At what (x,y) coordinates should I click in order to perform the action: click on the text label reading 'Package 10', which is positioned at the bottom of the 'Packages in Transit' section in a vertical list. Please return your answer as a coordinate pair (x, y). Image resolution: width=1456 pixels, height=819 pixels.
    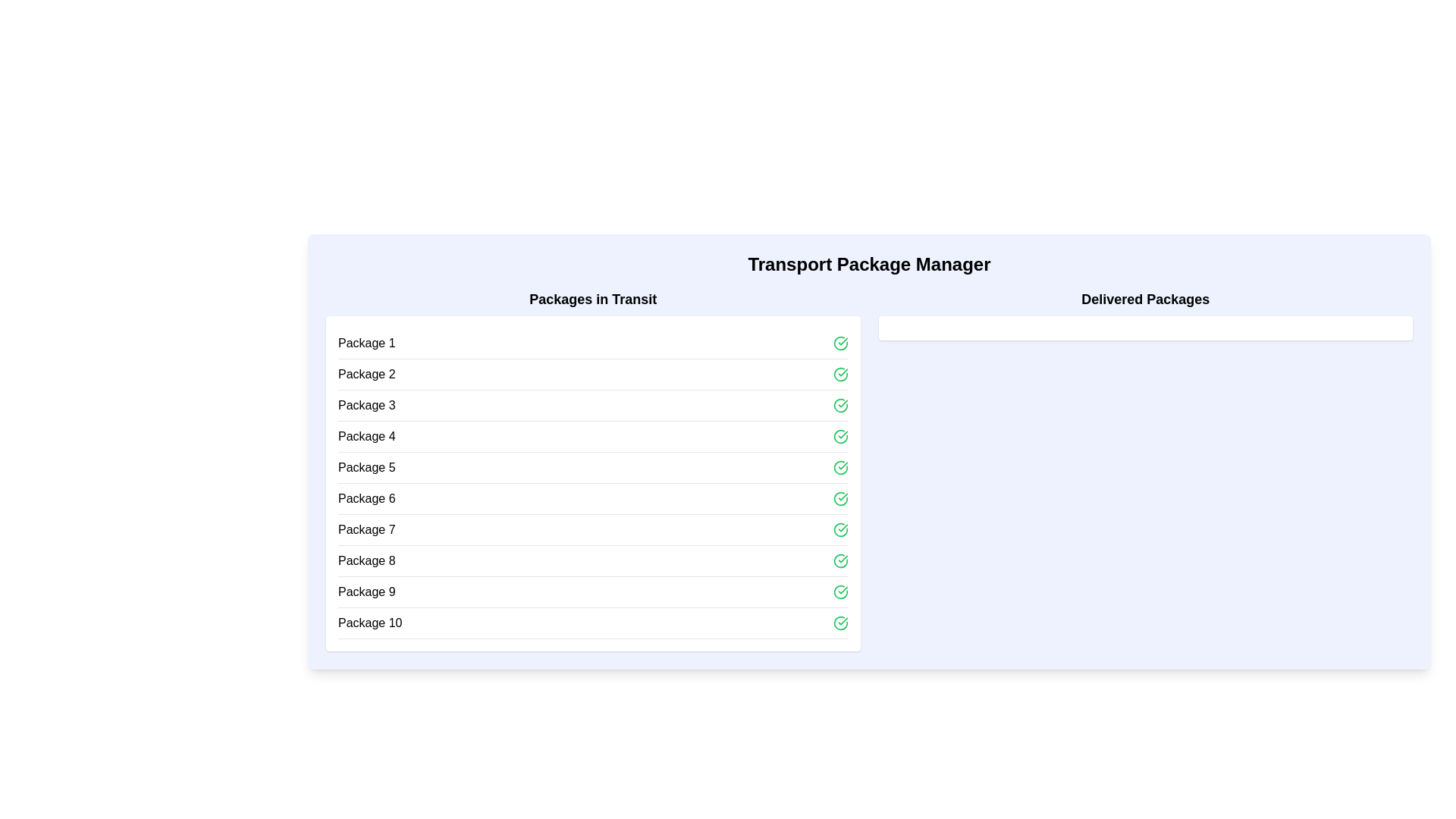
    Looking at the image, I should click on (370, 623).